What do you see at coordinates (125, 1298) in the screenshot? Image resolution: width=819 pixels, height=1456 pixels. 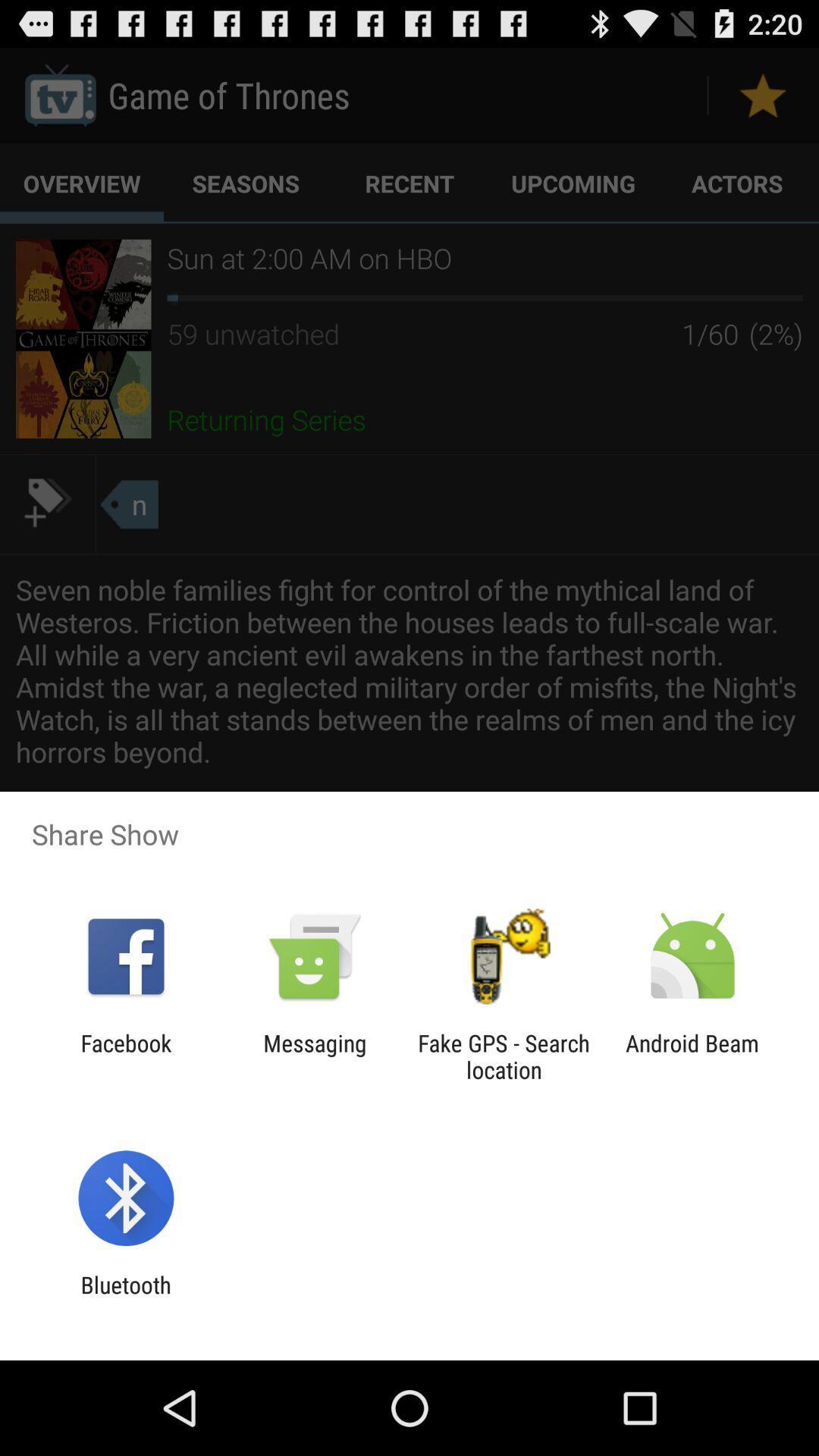 I see `bluetooth` at bounding box center [125, 1298].